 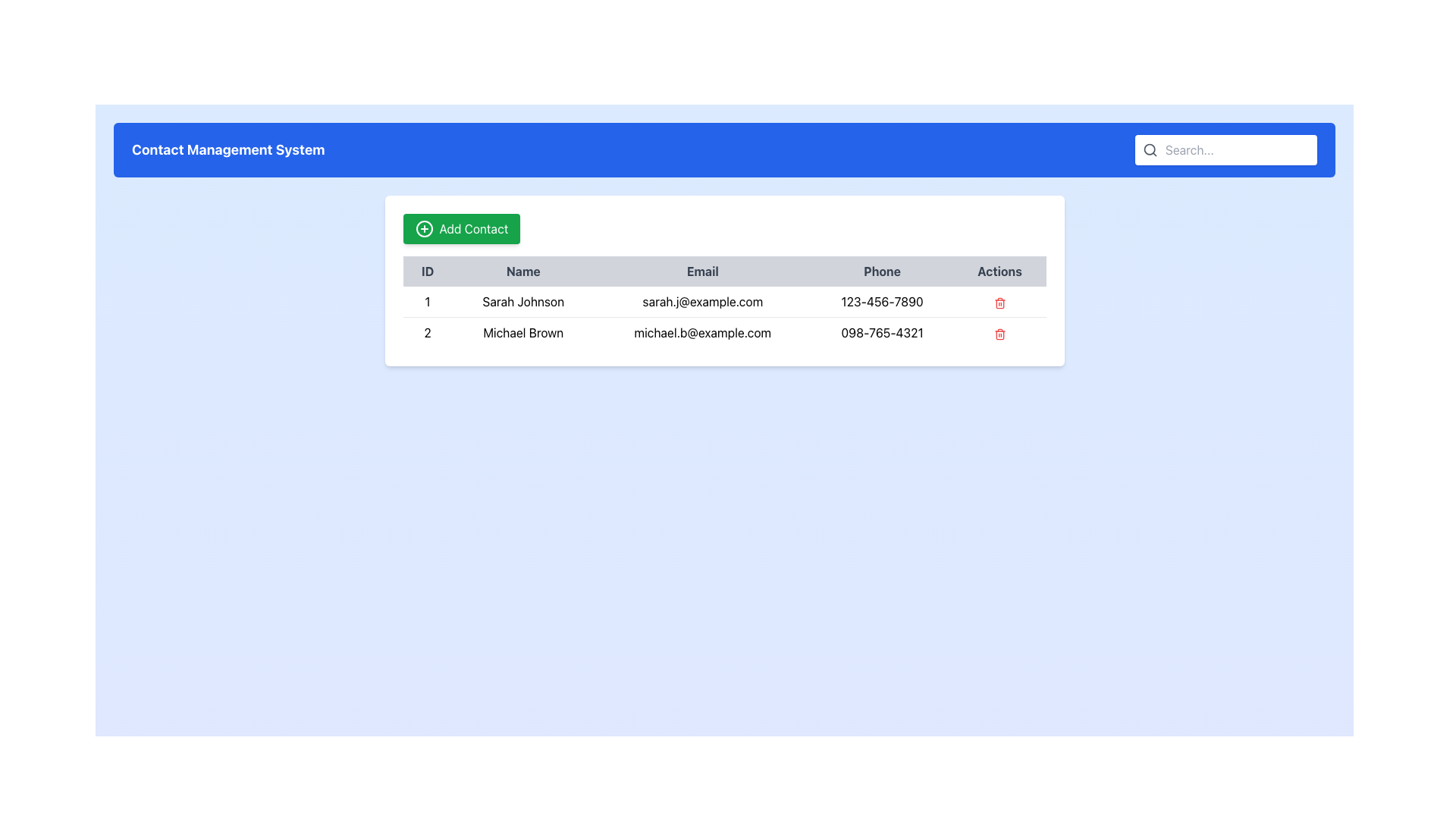 I want to click on the Text label displaying the index or identifier of the second row in the table, which precedes the name 'Michael Brown', so click(x=427, y=331).